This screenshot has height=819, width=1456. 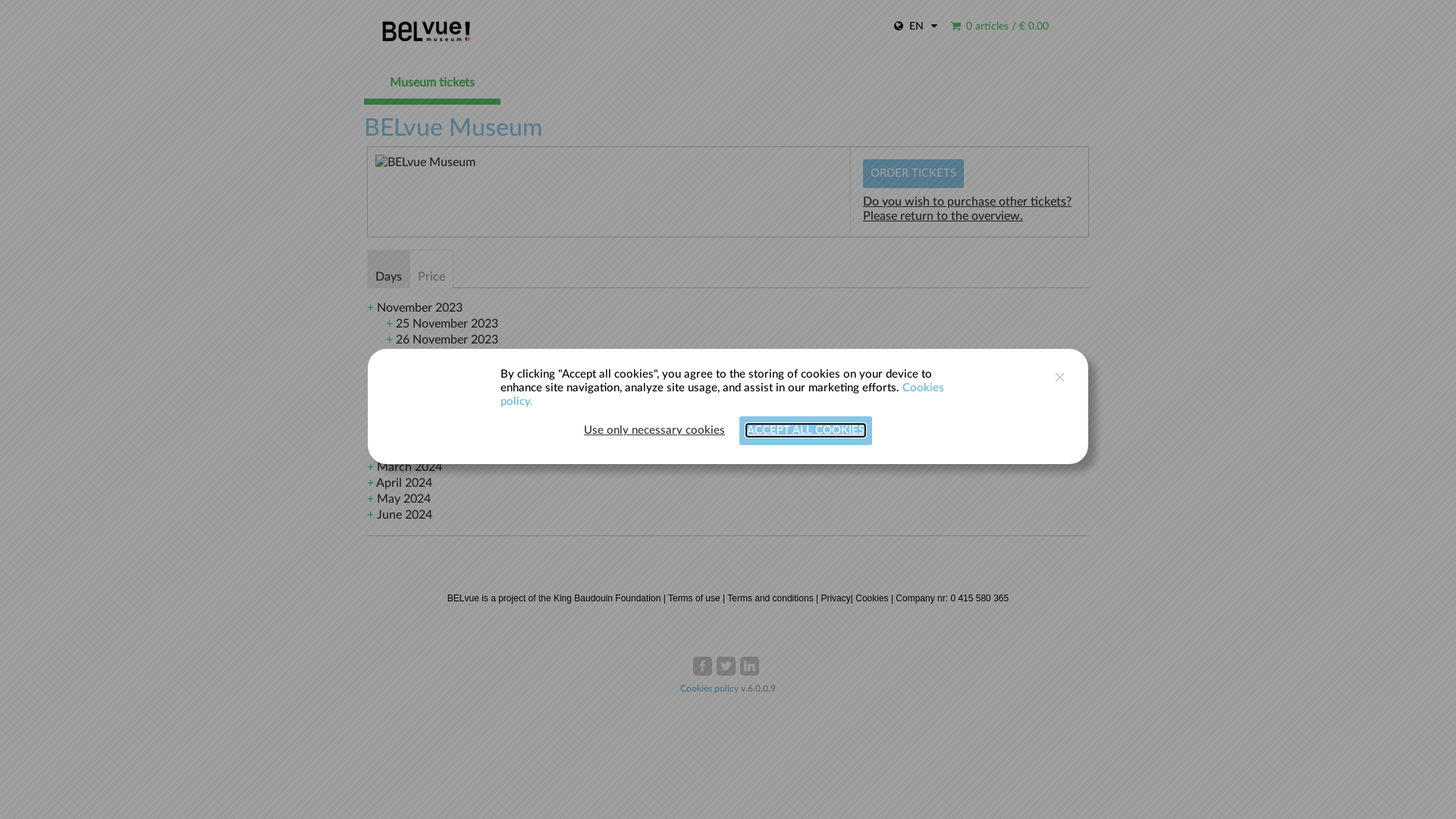 I want to click on 'Follow us on Facebook', so click(x=701, y=665).